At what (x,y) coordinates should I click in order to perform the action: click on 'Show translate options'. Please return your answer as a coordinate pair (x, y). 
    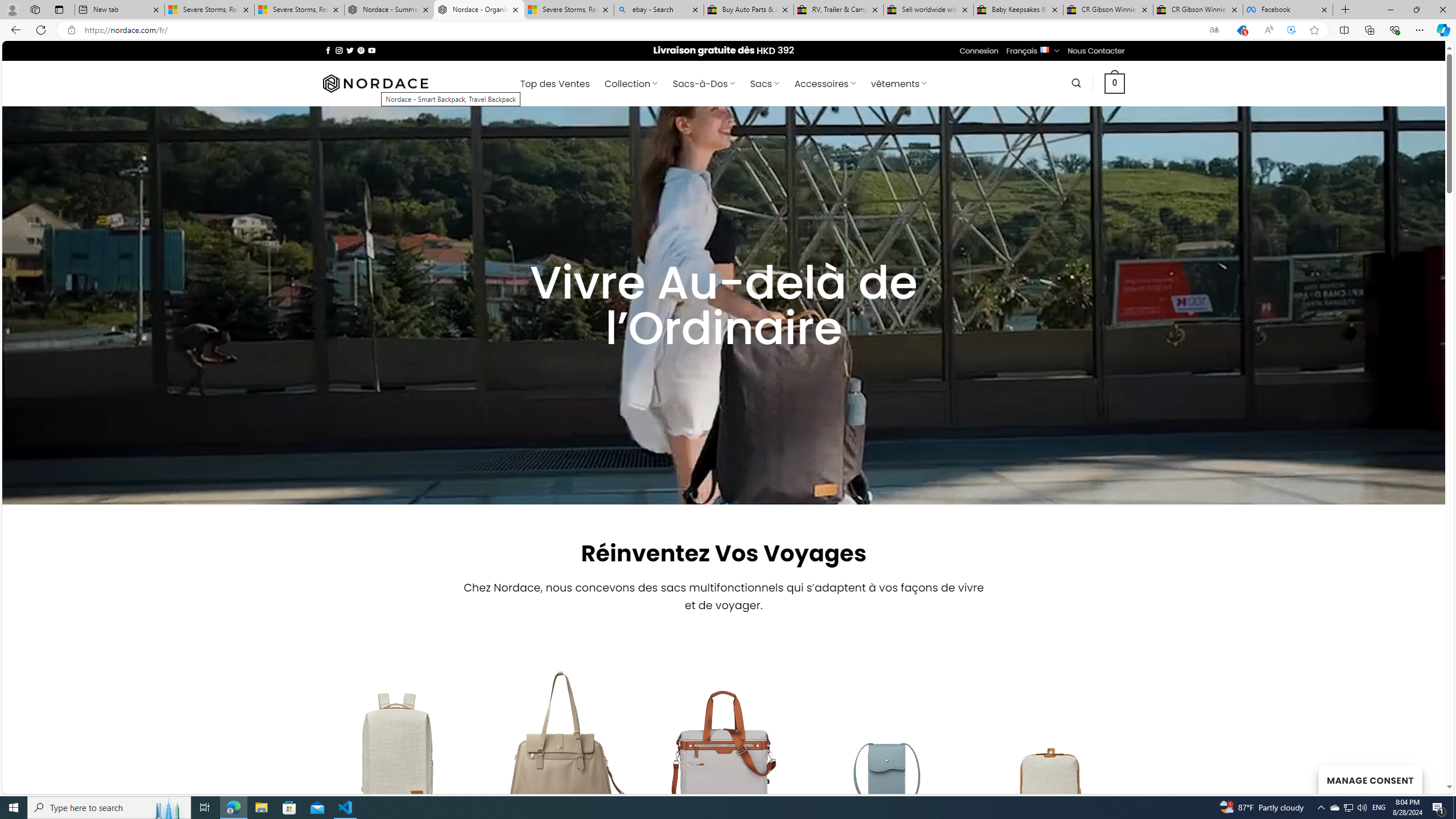
    Looking at the image, I should click on (1214, 30).